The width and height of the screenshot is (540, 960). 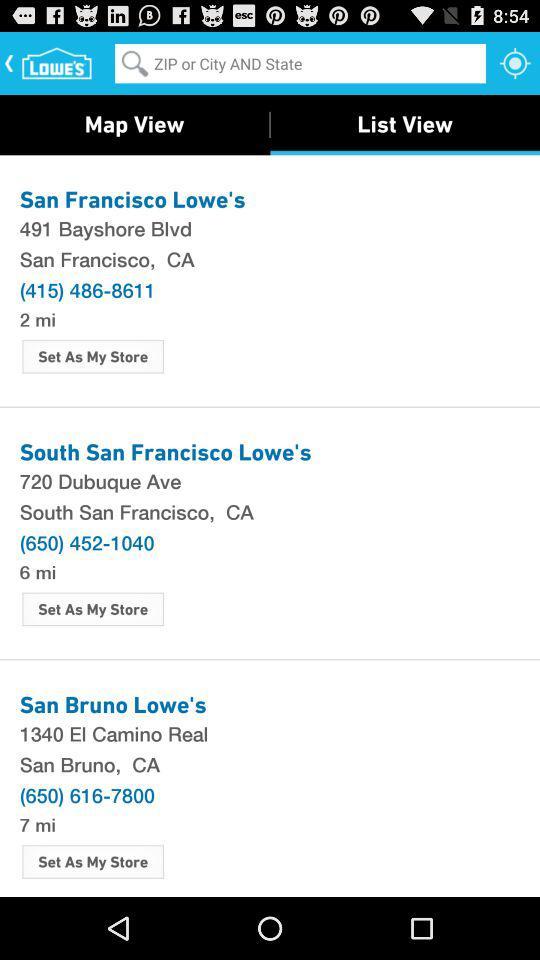 I want to click on the item above the south san francisco item, so click(x=270, y=480).